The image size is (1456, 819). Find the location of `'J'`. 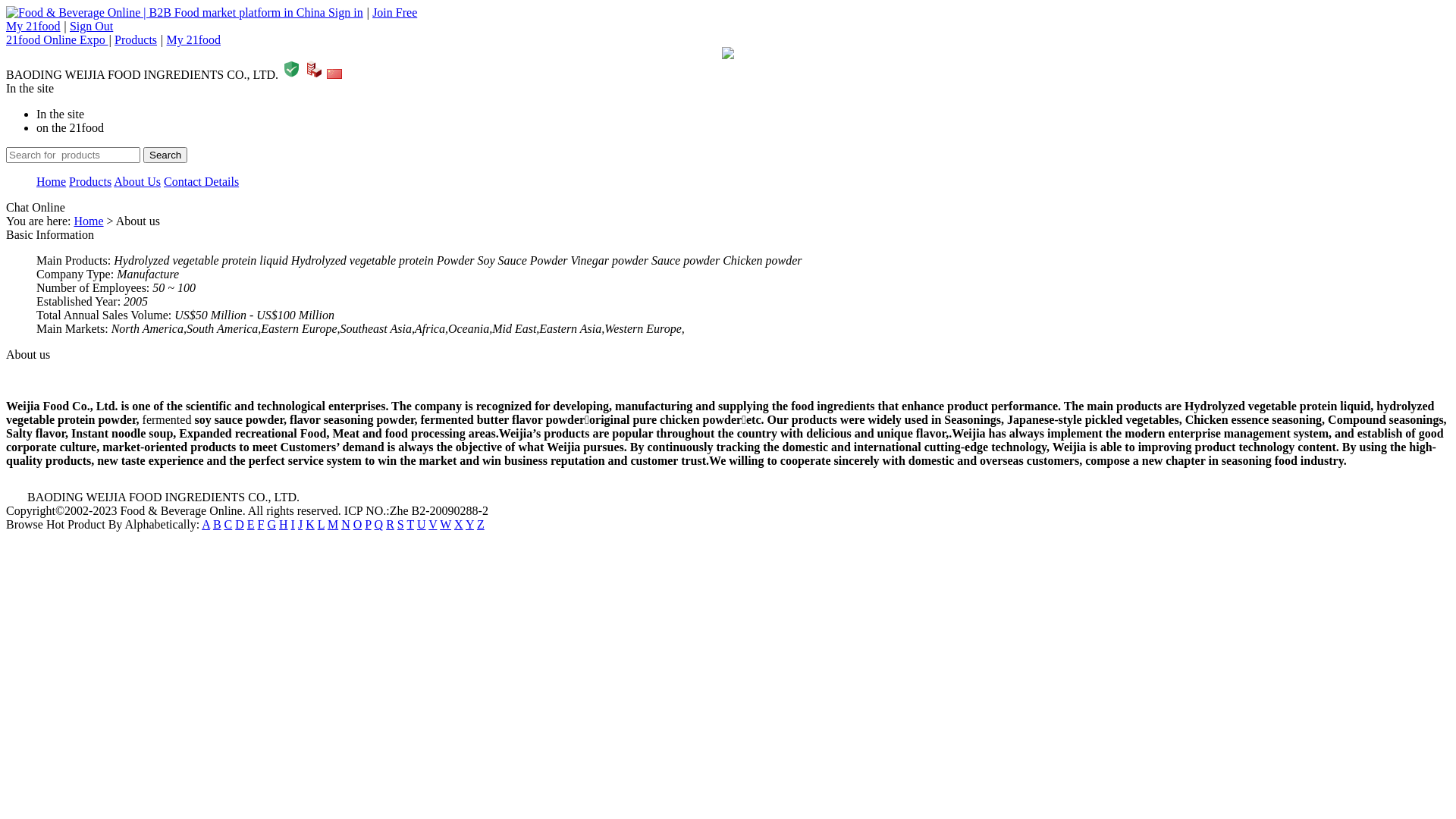

'J' is located at coordinates (300, 523).